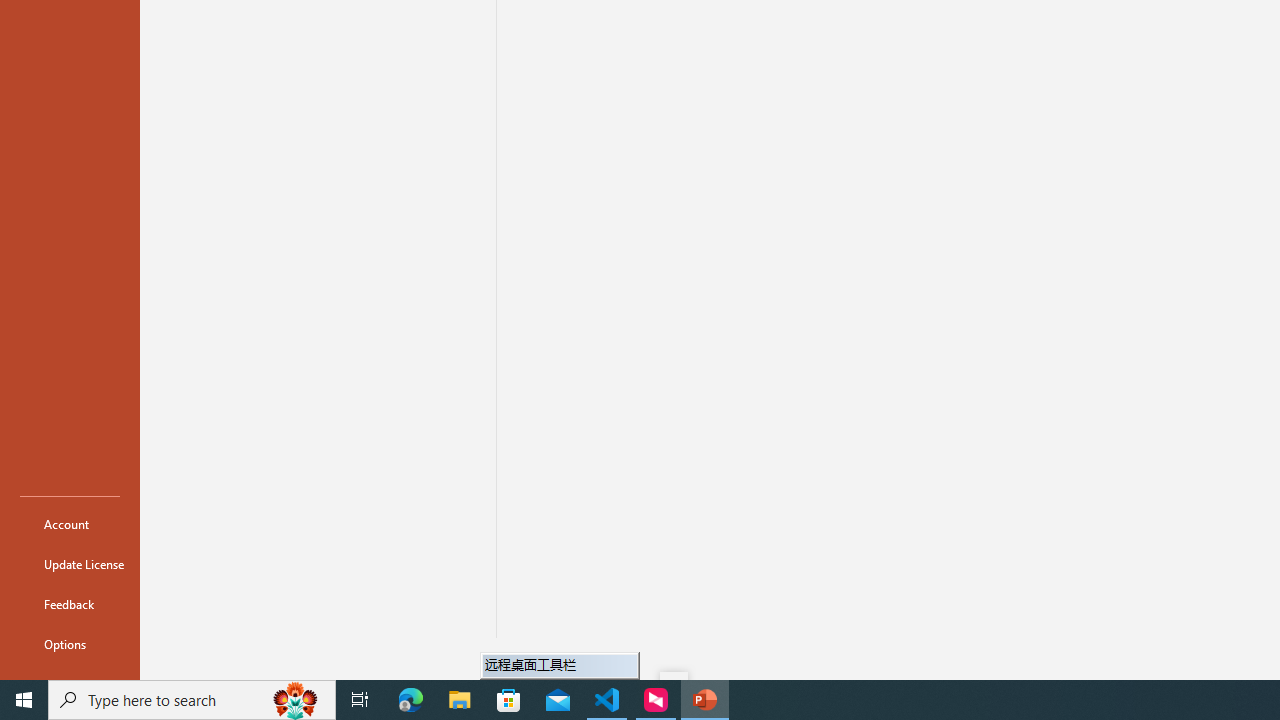 Image resolution: width=1280 pixels, height=720 pixels. Describe the element at coordinates (69, 603) in the screenshot. I see `'Feedback'` at that location.